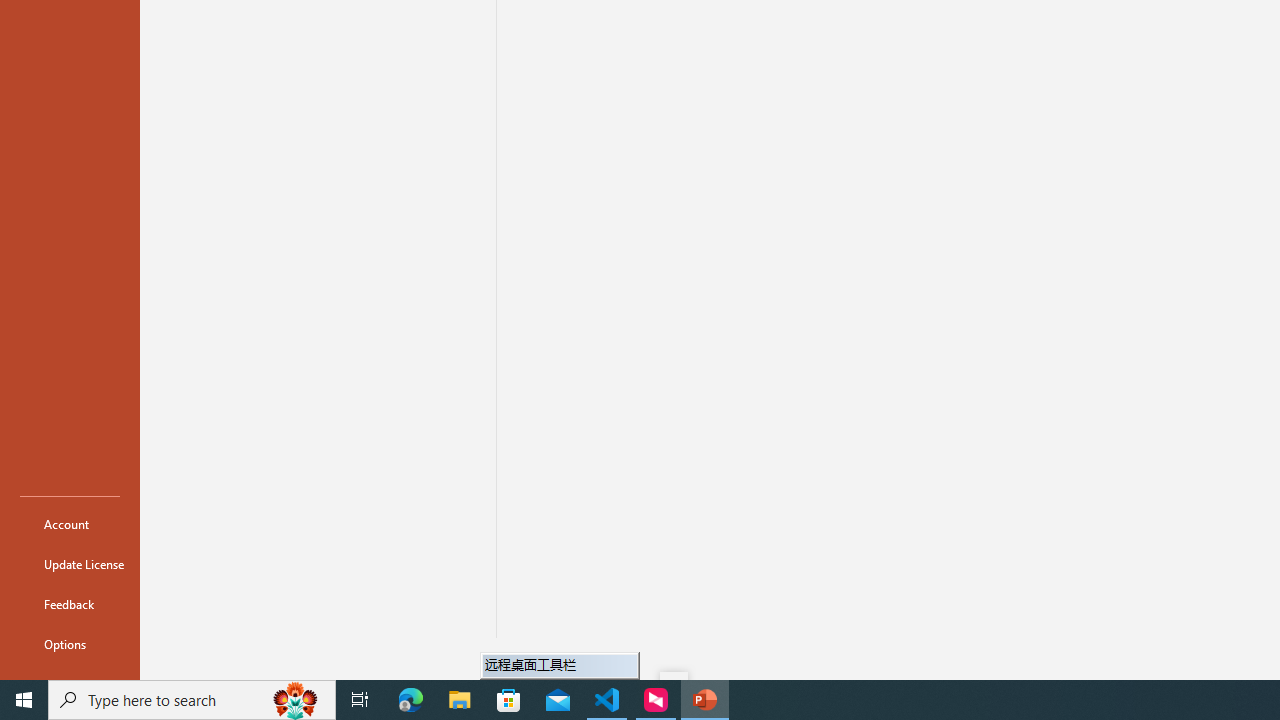 Image resolution: width=1280 pixels, height=720 pixels. Describe the element at coordinates (69, 603) in the screenshot. I see `'Feedback'` at that location.